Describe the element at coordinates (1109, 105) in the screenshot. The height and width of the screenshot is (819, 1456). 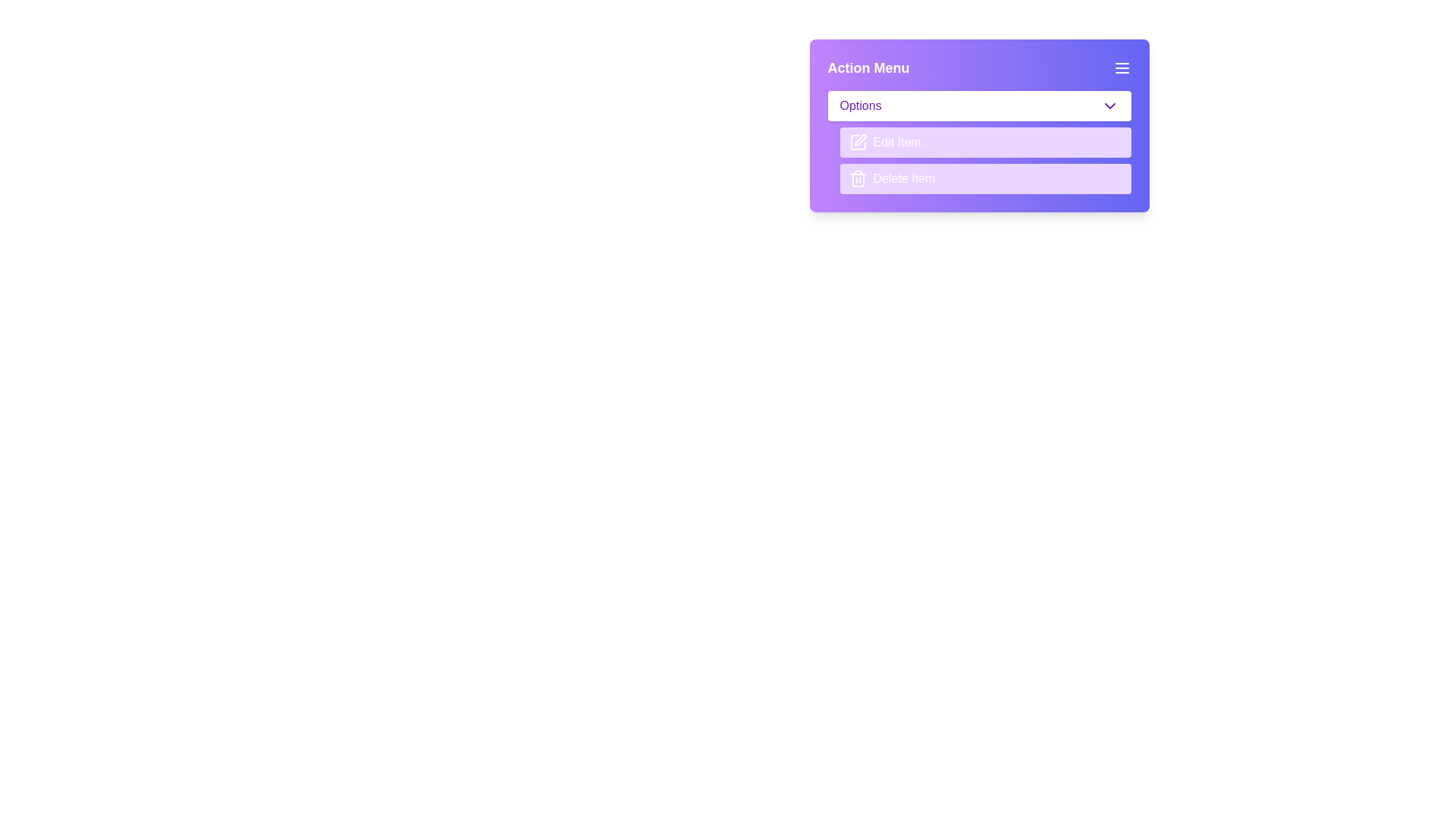
I see `the chevron icon located on the far right of the 'Options' button` at that location.